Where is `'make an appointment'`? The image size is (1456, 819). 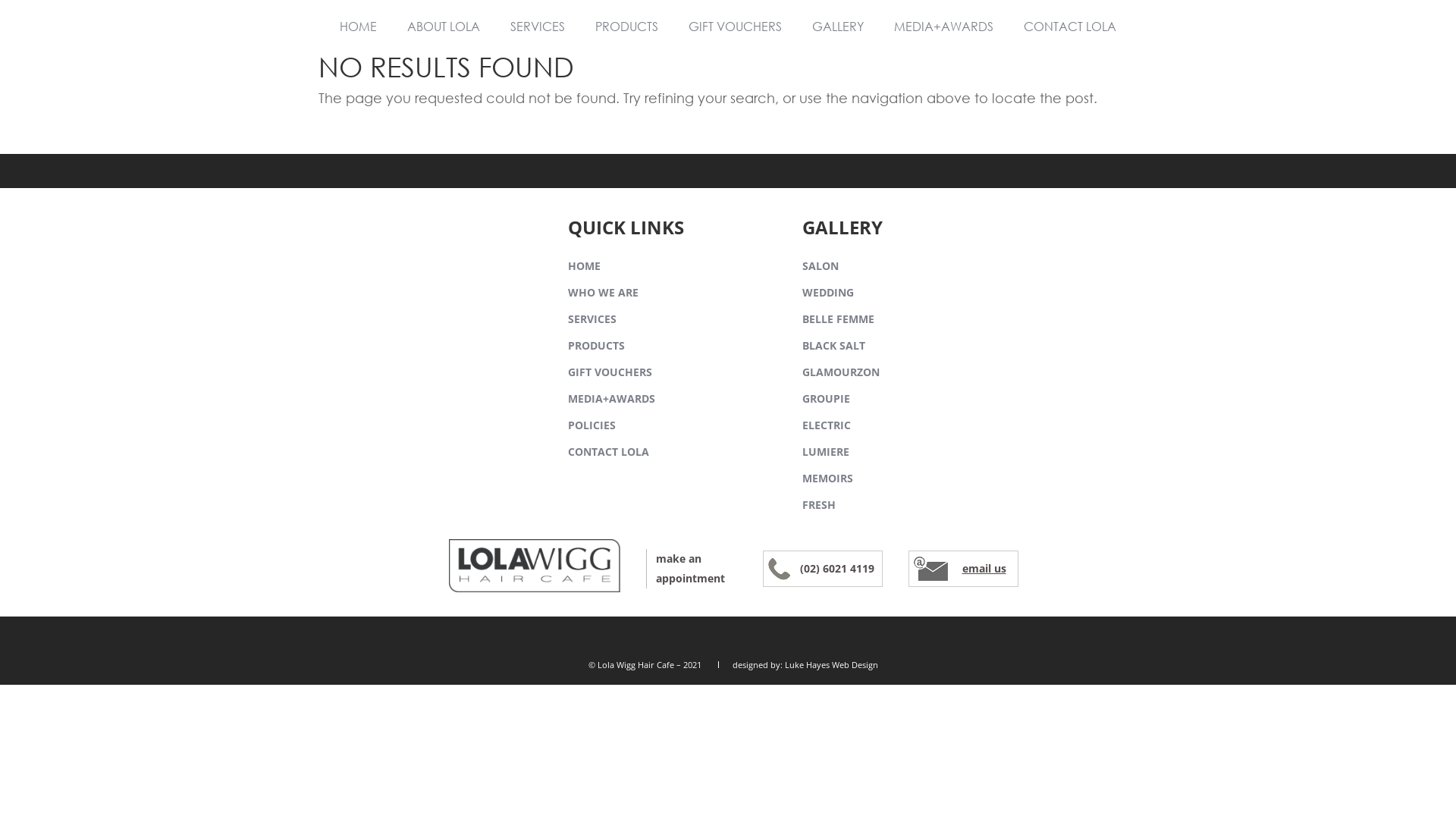 'make an appointment' is located at coordinates (690, 568).